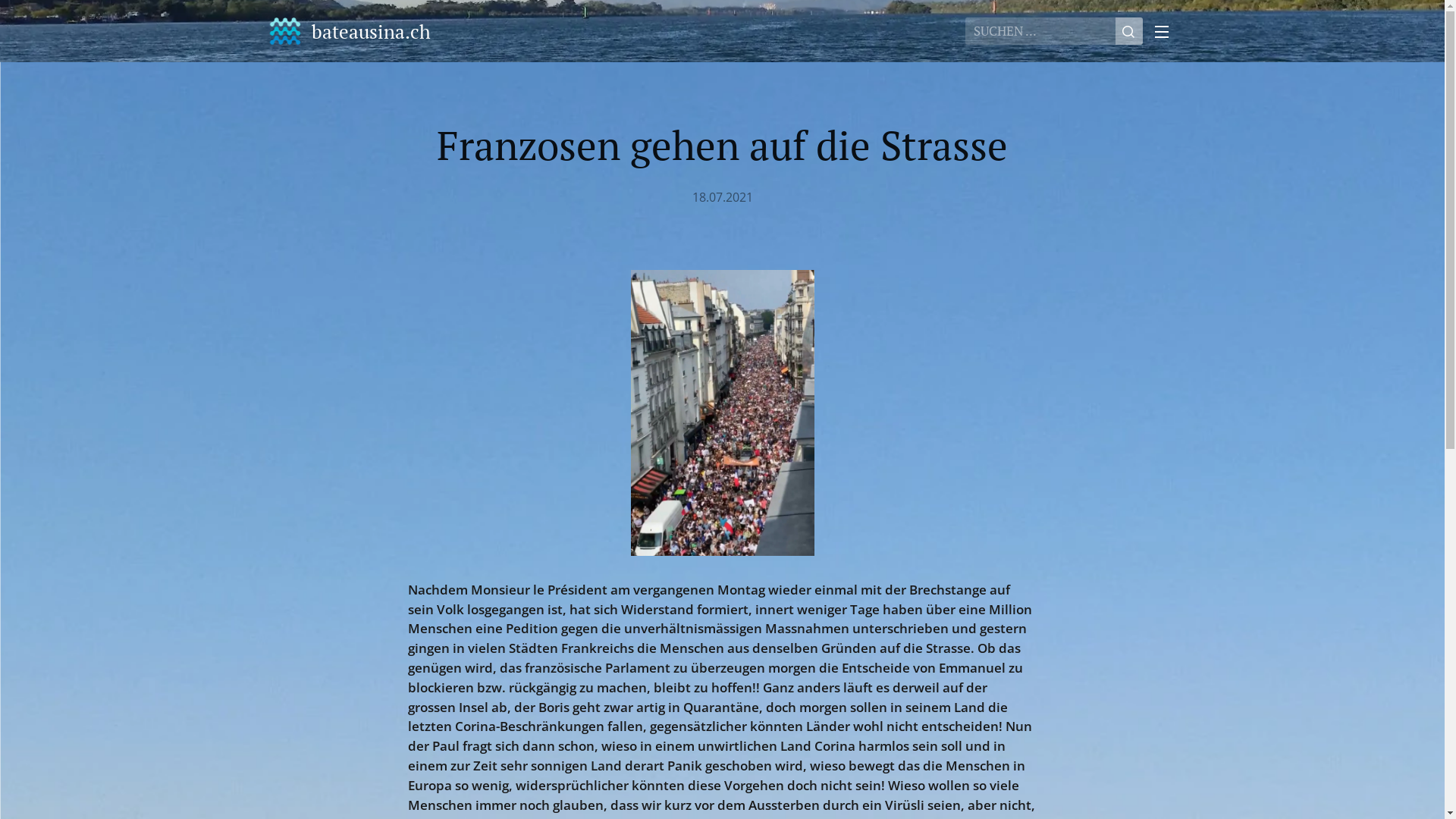 This screenshot has width=1456, height=819. Describe the element at coordinates (349, 31) in the screenshot. I see `'bateausina.ch'` at that location.